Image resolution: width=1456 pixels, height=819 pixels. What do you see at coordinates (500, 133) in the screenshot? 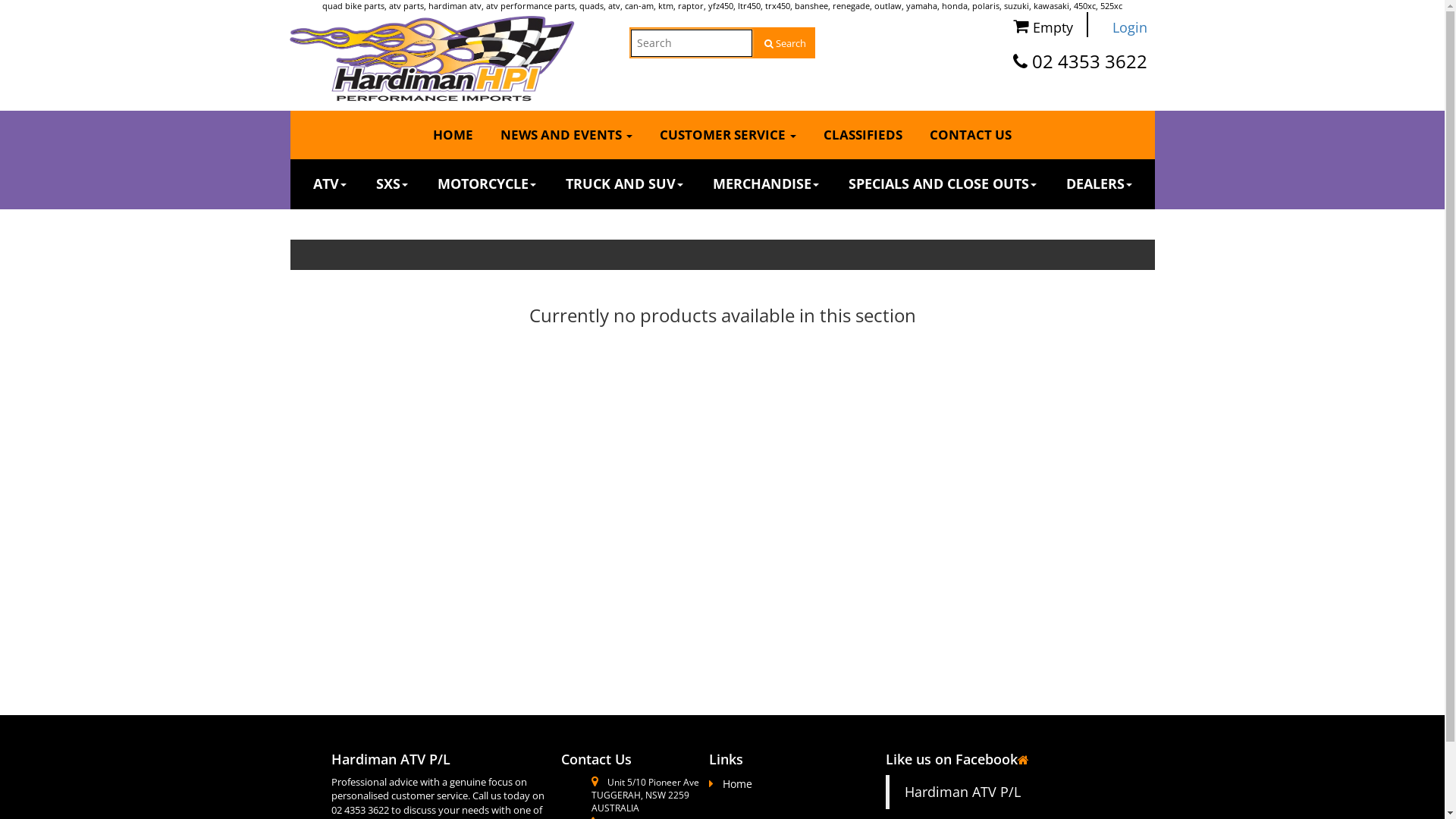
I see `'NEWS AND EVENTS'` at bounding box center [500, 133].